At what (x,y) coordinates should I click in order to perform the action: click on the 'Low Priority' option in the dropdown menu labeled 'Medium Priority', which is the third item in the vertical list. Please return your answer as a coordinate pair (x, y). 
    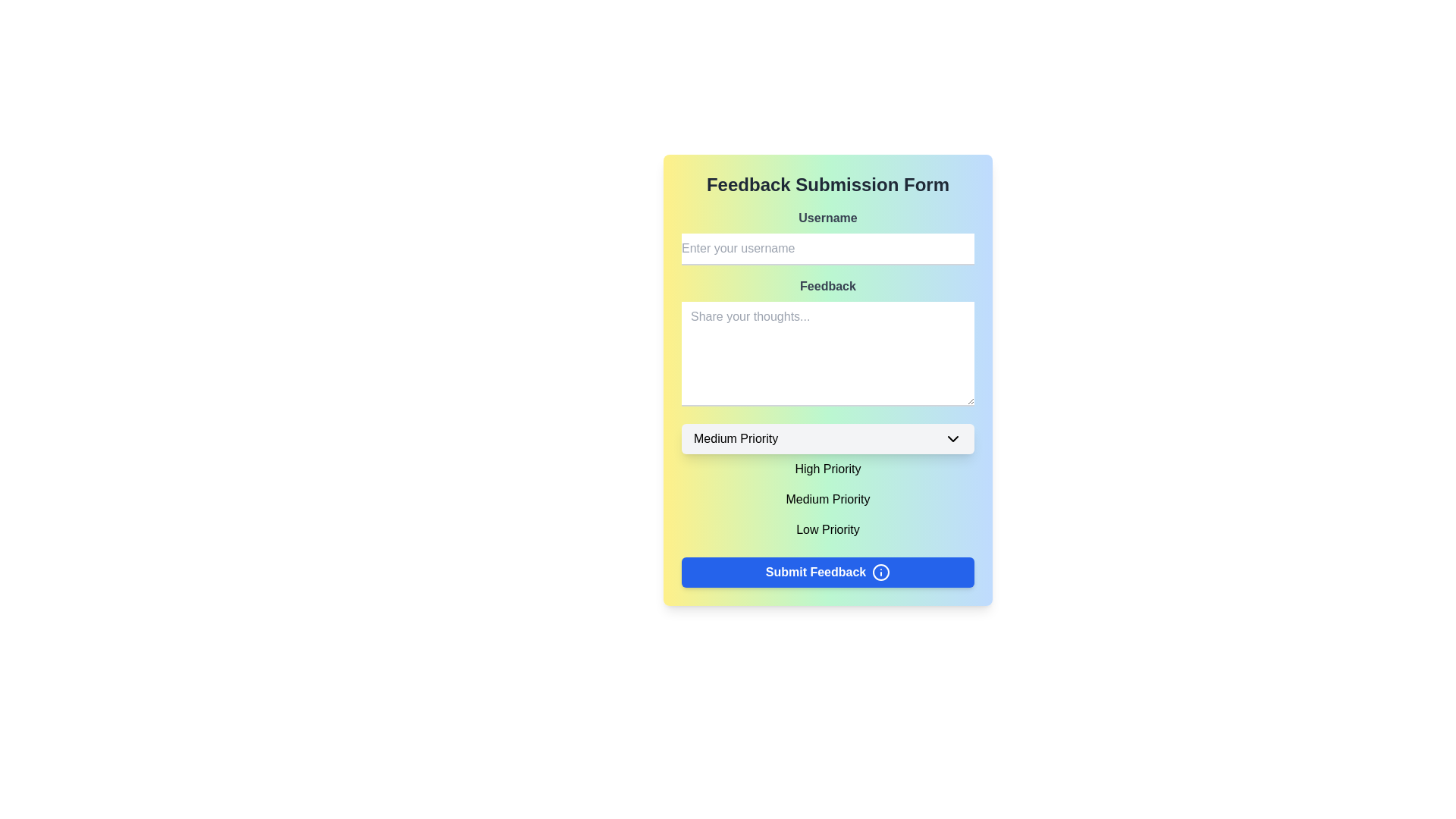
    Looking at the image, I should click on (827, 529).